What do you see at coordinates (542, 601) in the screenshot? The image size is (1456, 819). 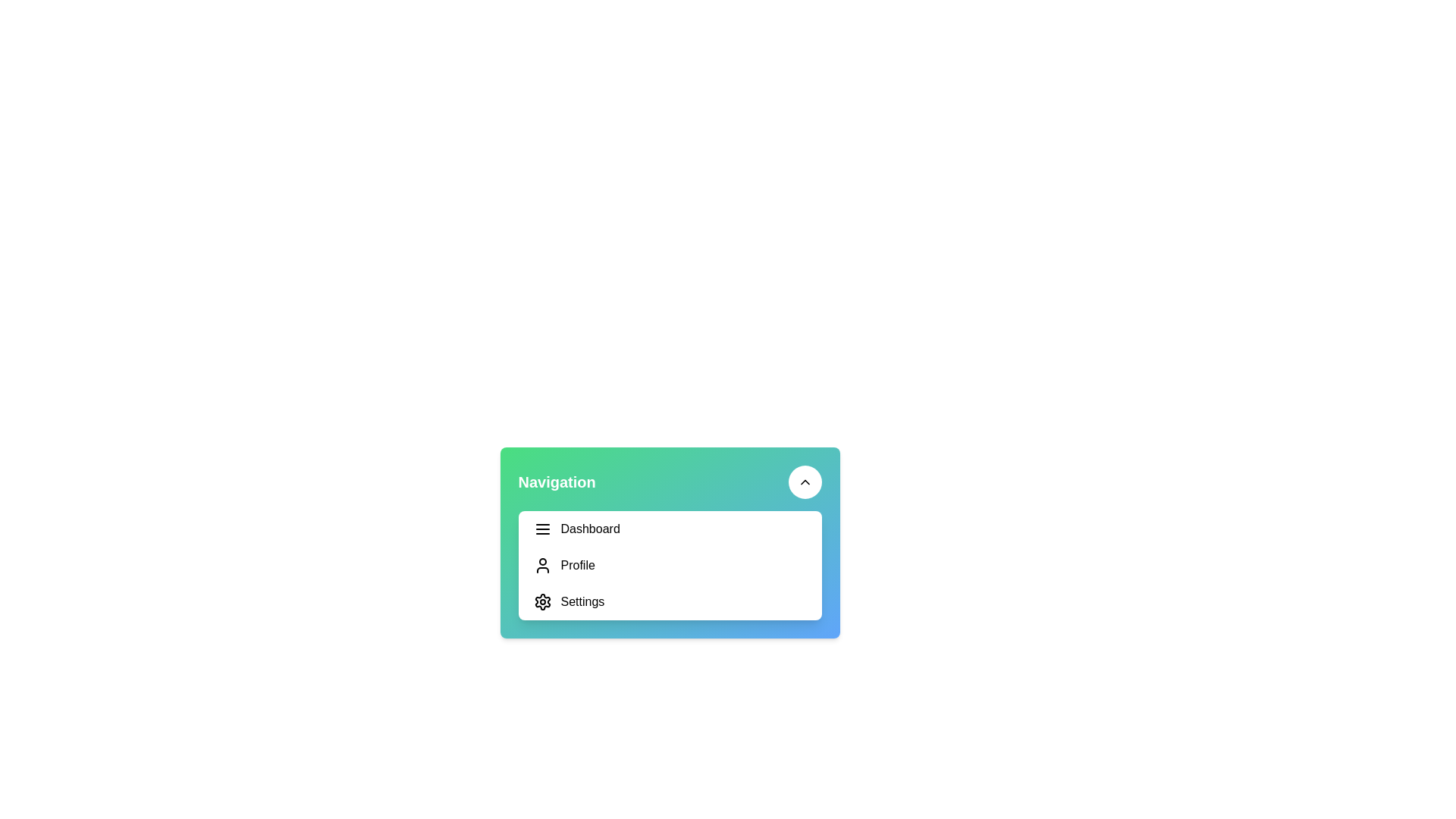 I see `the settings icon located in the navigation menu, positioned next to the 'Settings' option` at bounding box center [542, 601].